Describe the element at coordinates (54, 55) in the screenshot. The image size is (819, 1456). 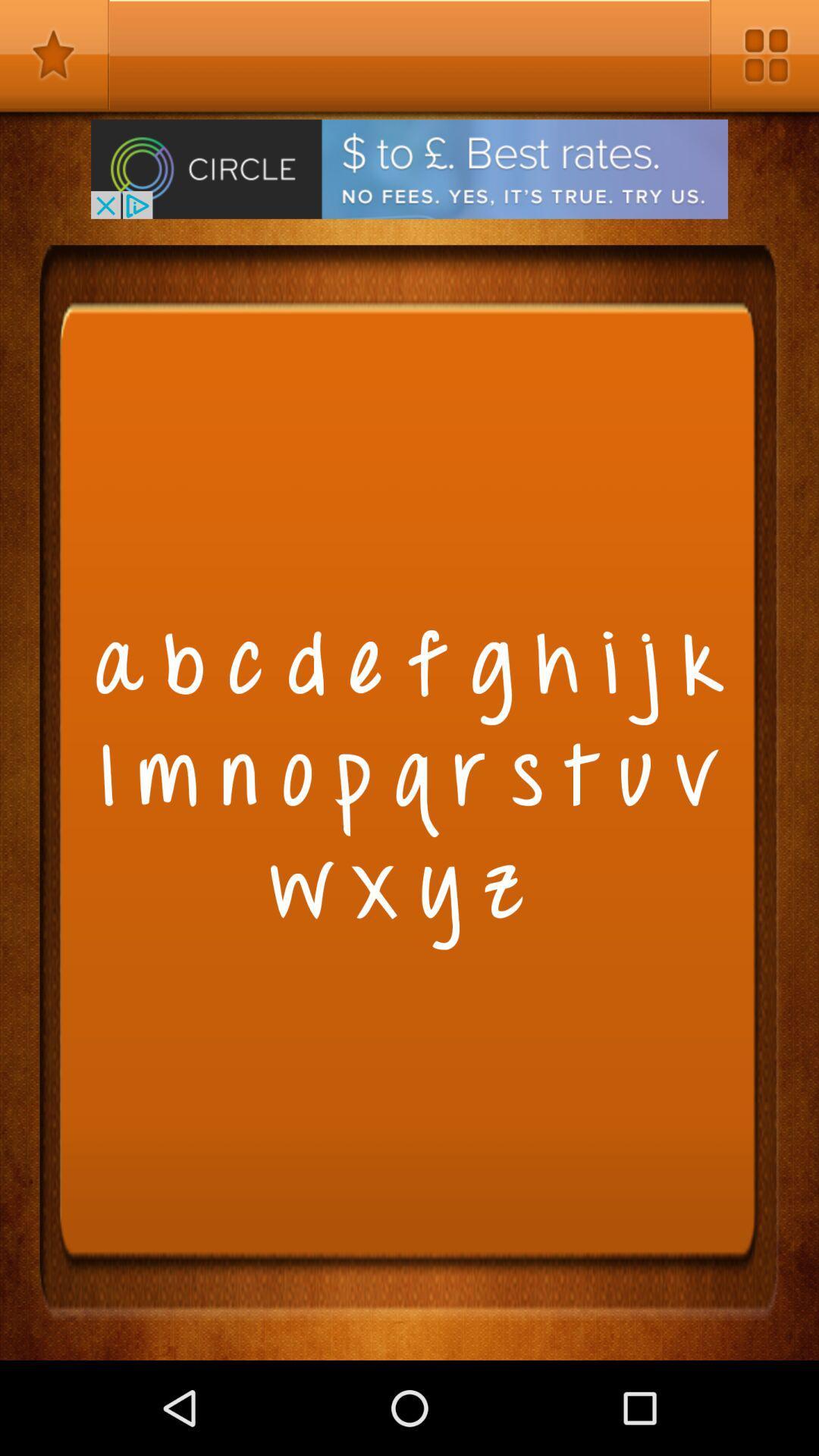
I see `bookmark page` at that location.